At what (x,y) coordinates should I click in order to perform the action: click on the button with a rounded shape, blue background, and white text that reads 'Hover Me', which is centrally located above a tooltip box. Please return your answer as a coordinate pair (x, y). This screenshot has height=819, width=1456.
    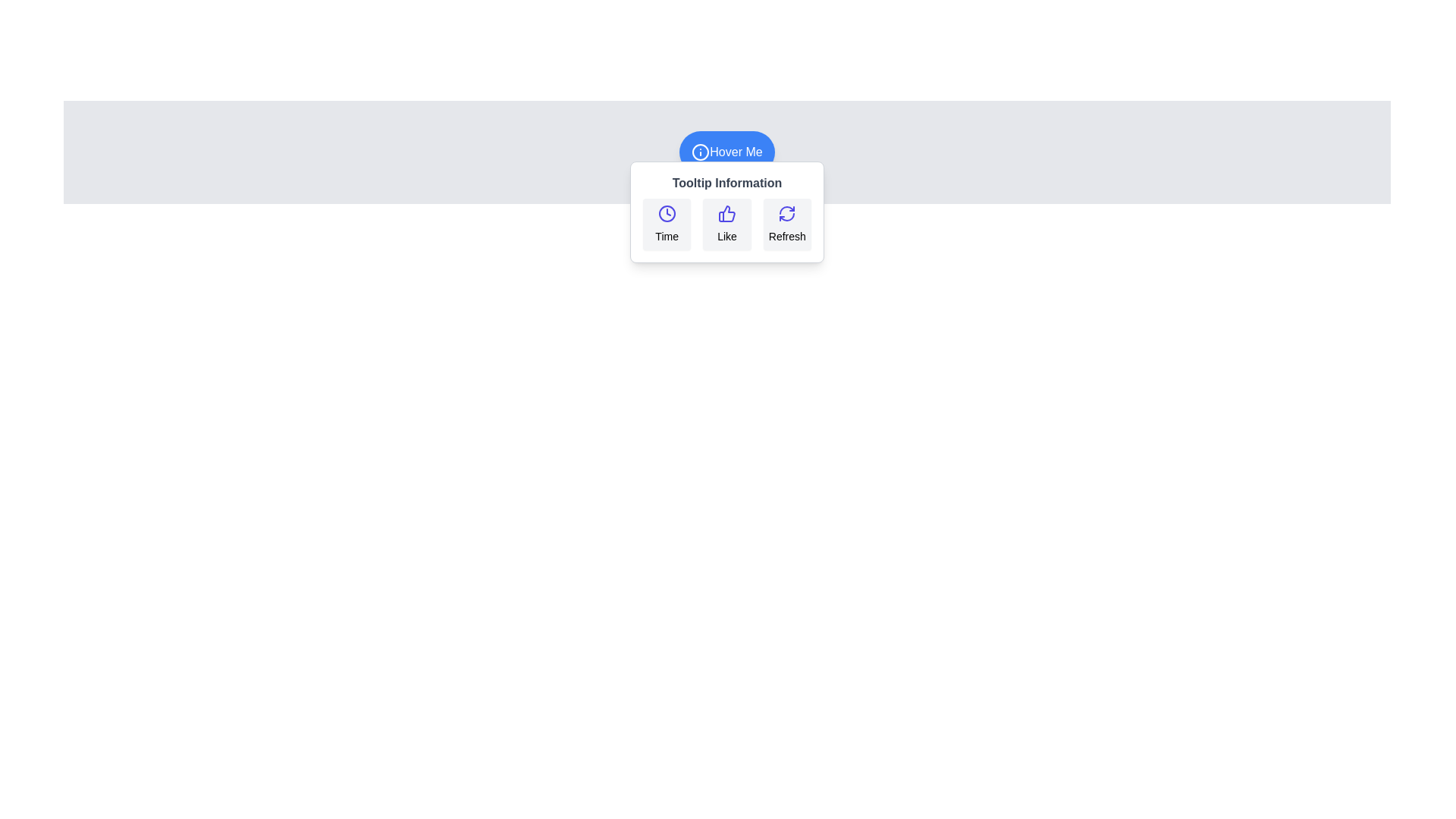
    Looking at the image, I should click on (726, 152).